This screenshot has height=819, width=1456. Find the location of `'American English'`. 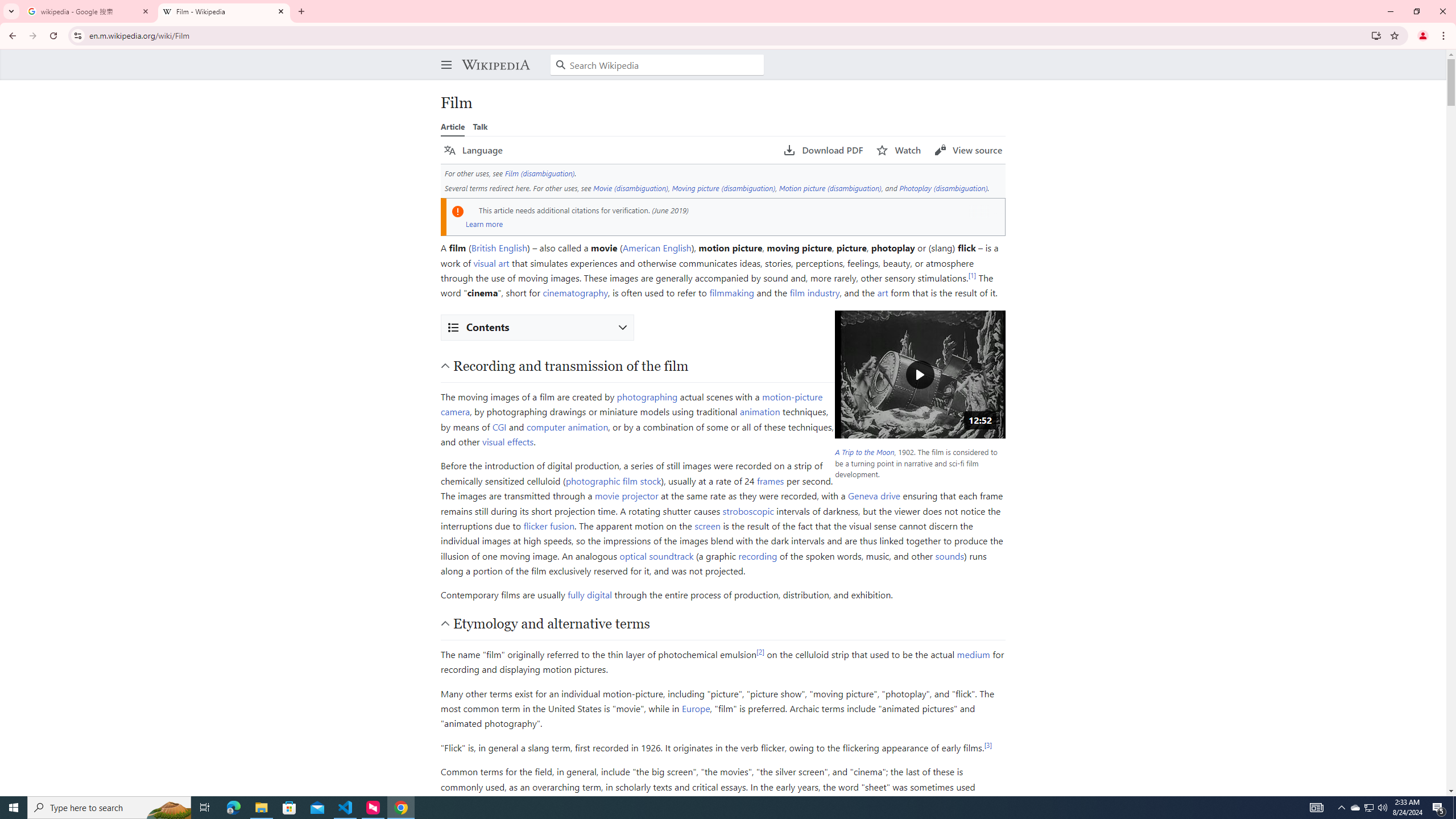

'American English' is located at coordinates (656, 247).